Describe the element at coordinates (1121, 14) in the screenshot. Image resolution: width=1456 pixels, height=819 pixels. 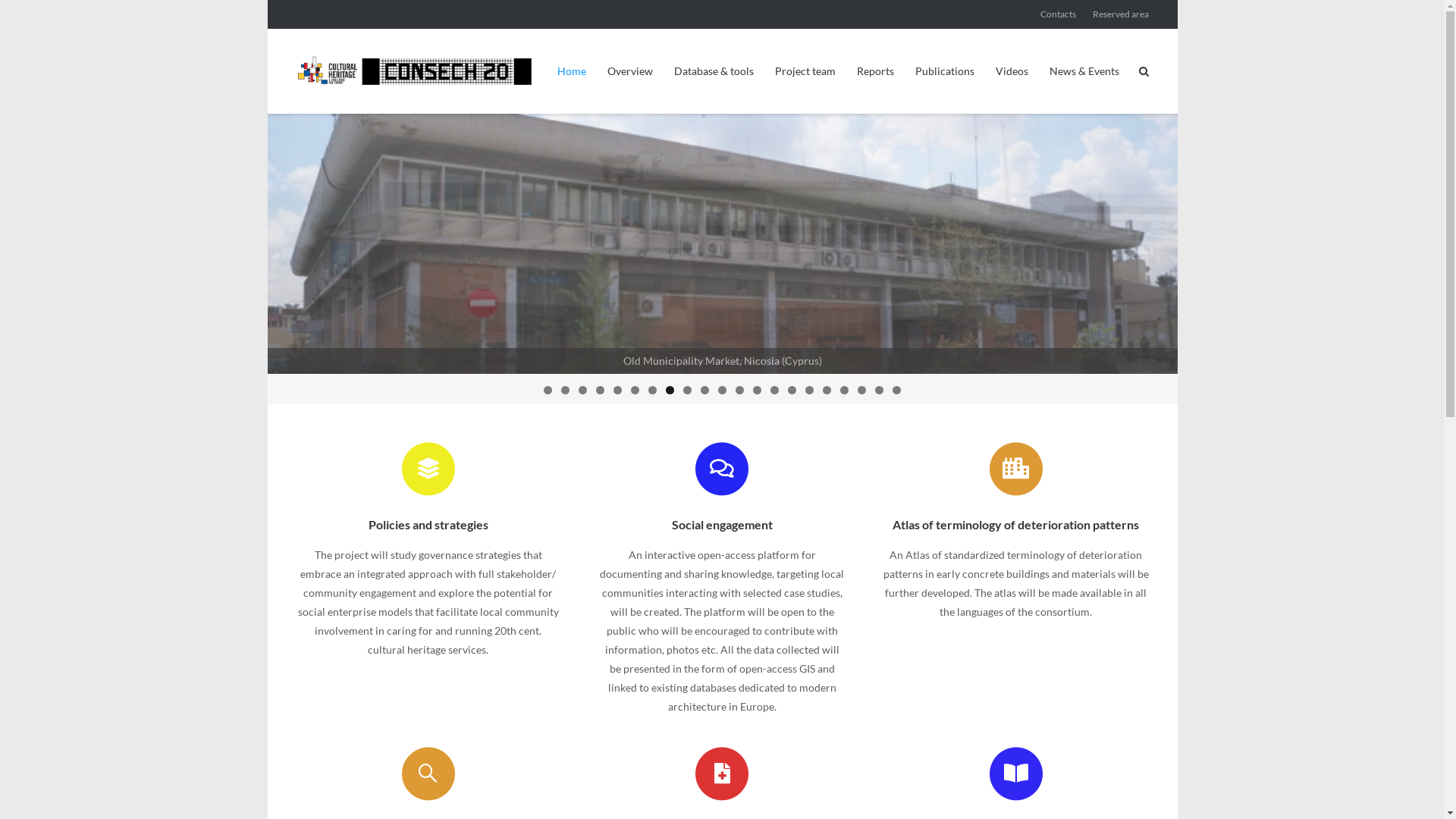
I see `'Reserved area'` at that location.